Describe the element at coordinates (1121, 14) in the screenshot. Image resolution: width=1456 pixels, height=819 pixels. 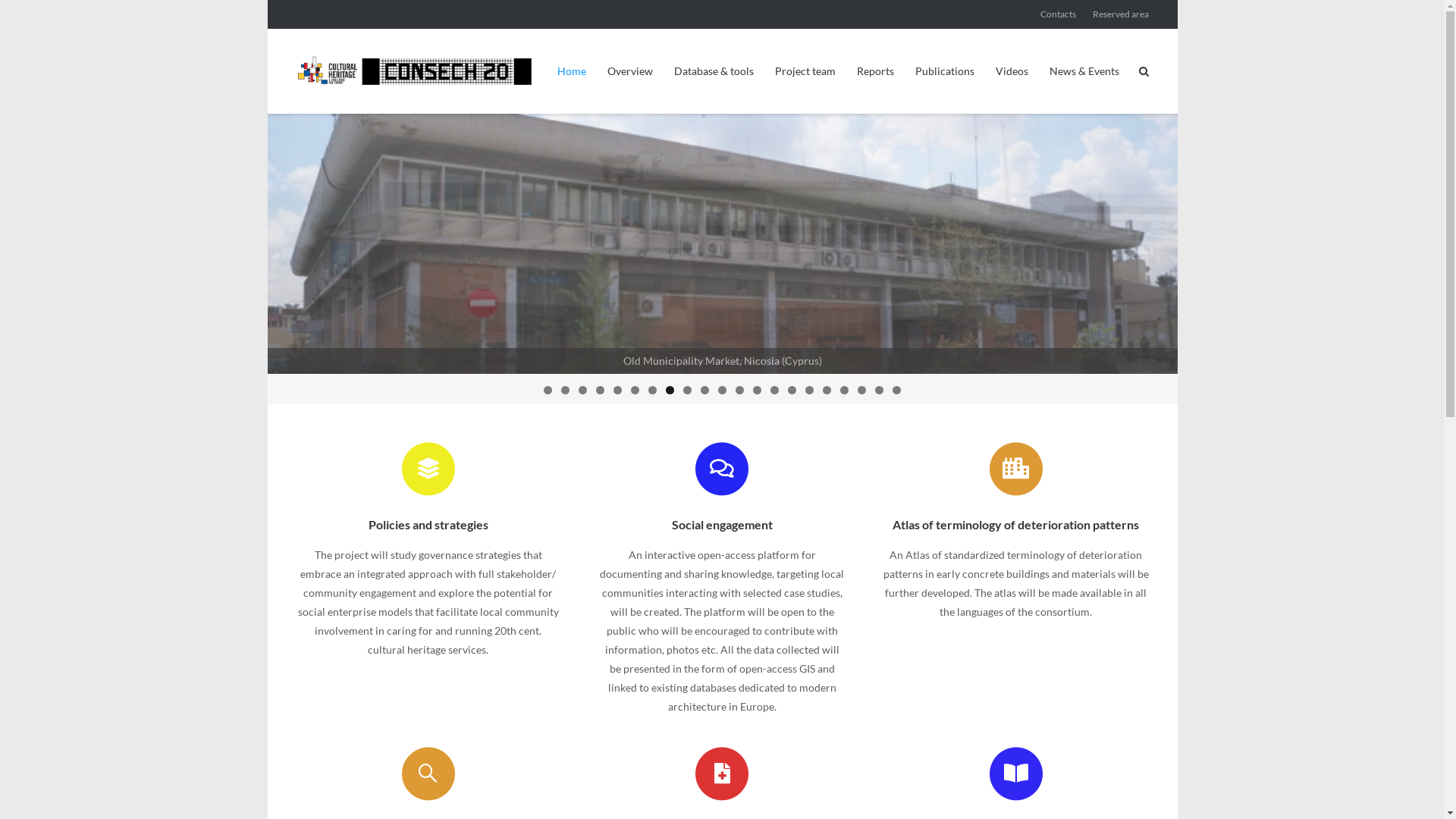
I see `'Reserved area'` at that location.